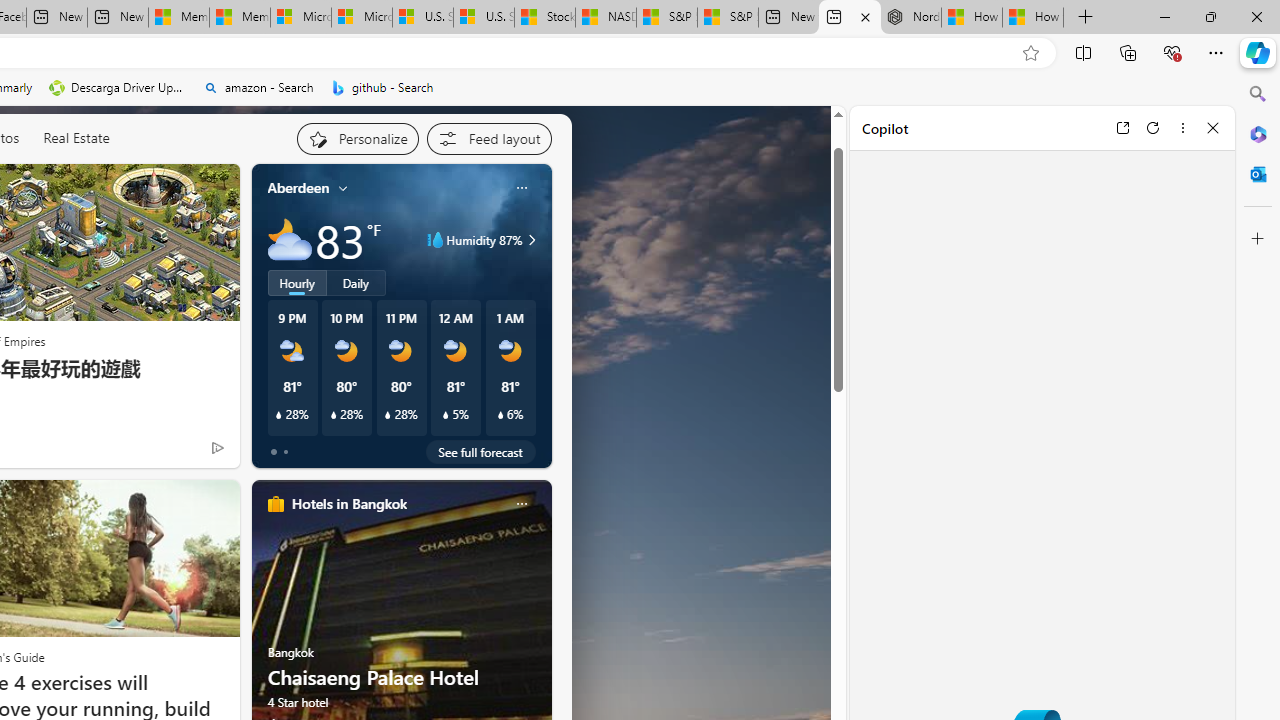  What do you see at coordinates (1033, 17) in the screenshot?
I see `'How to Use a Monitor With Your Closed Laptop'` at bounding box center [1033, 17].